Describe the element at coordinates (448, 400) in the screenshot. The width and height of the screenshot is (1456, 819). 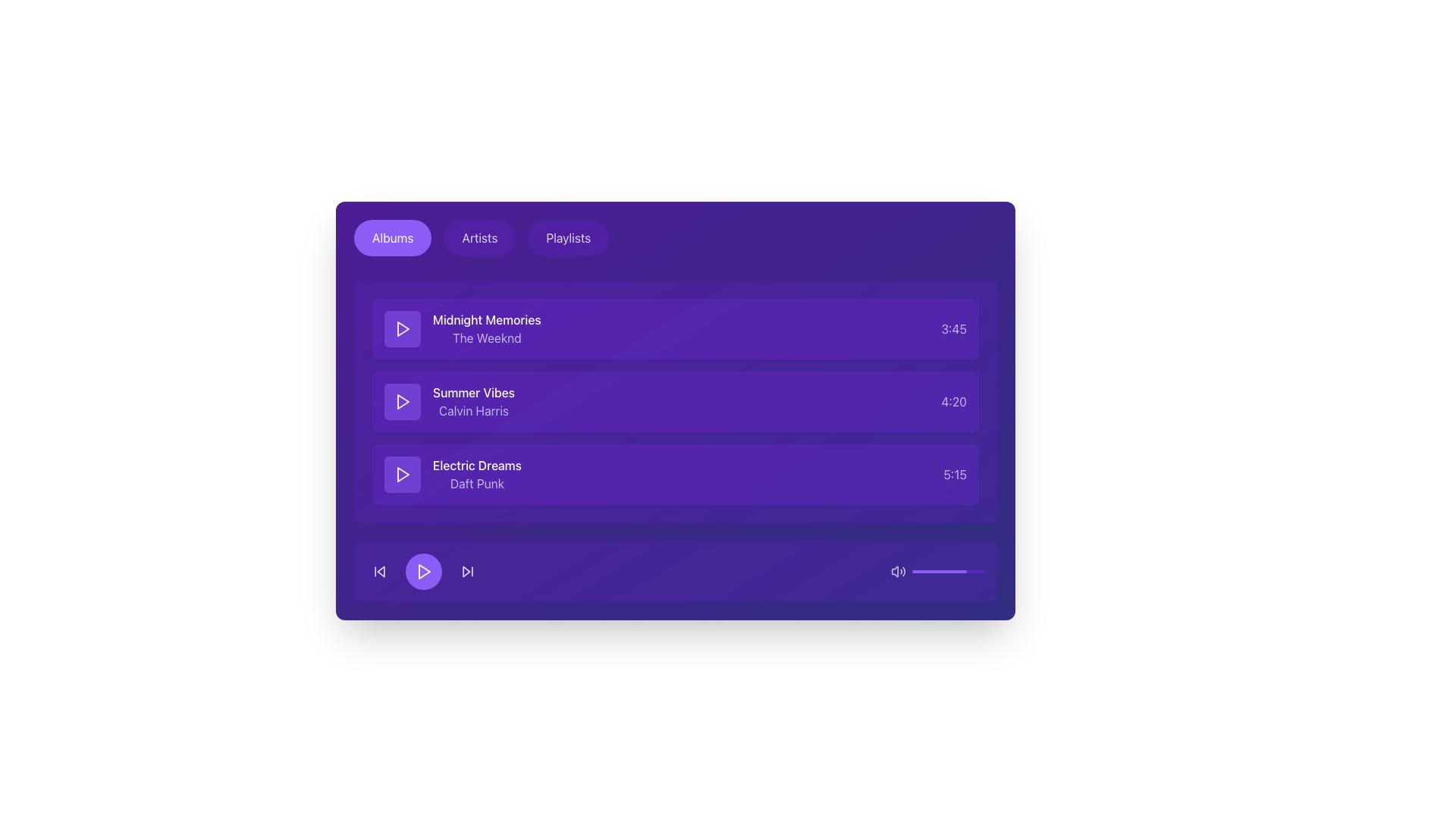
I see `the Text Information Display element that shows the song title and artist` at that location.